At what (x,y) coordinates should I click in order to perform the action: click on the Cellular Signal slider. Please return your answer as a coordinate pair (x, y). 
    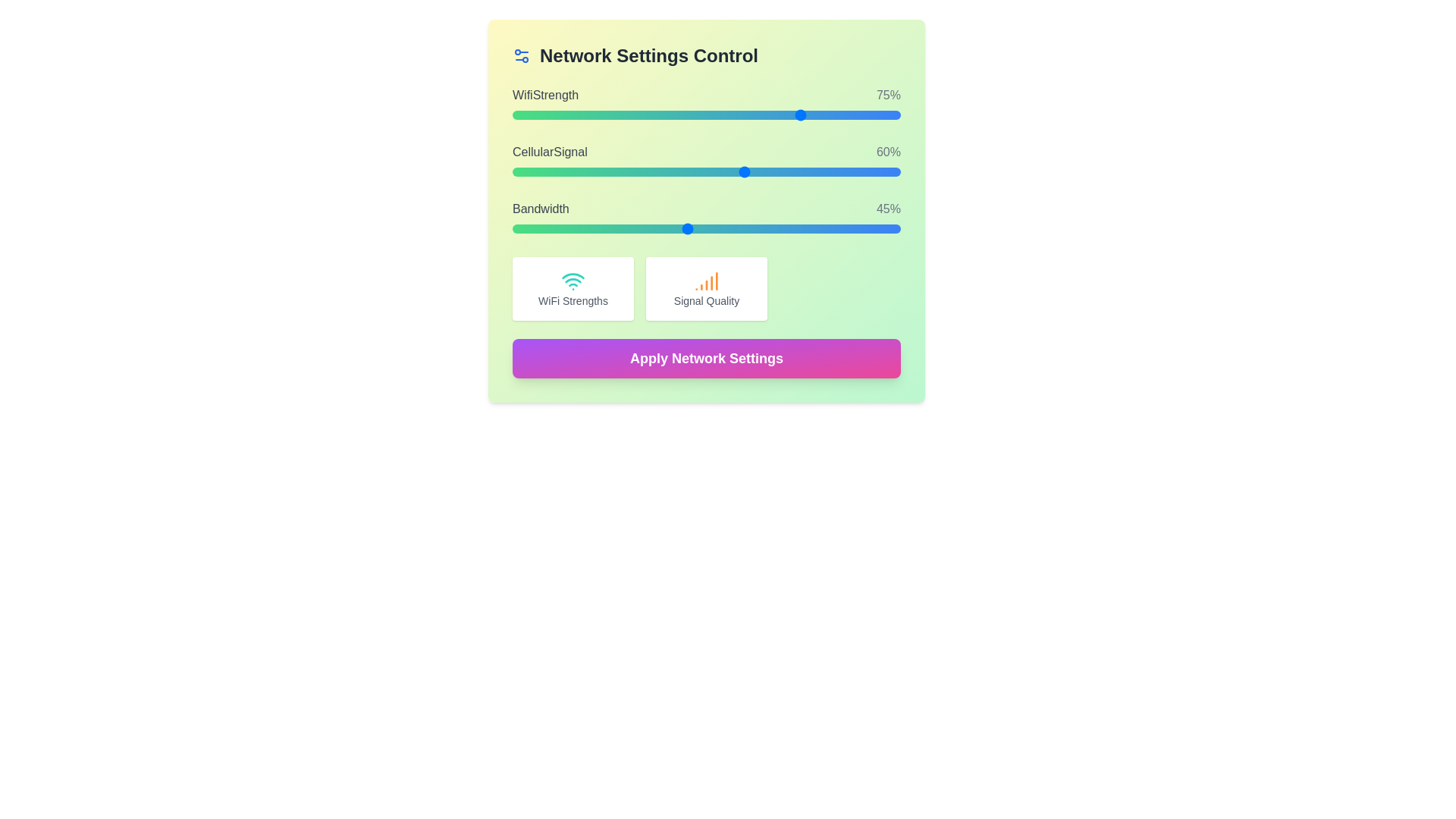
    Looking at the image, I should click on (842, 171).